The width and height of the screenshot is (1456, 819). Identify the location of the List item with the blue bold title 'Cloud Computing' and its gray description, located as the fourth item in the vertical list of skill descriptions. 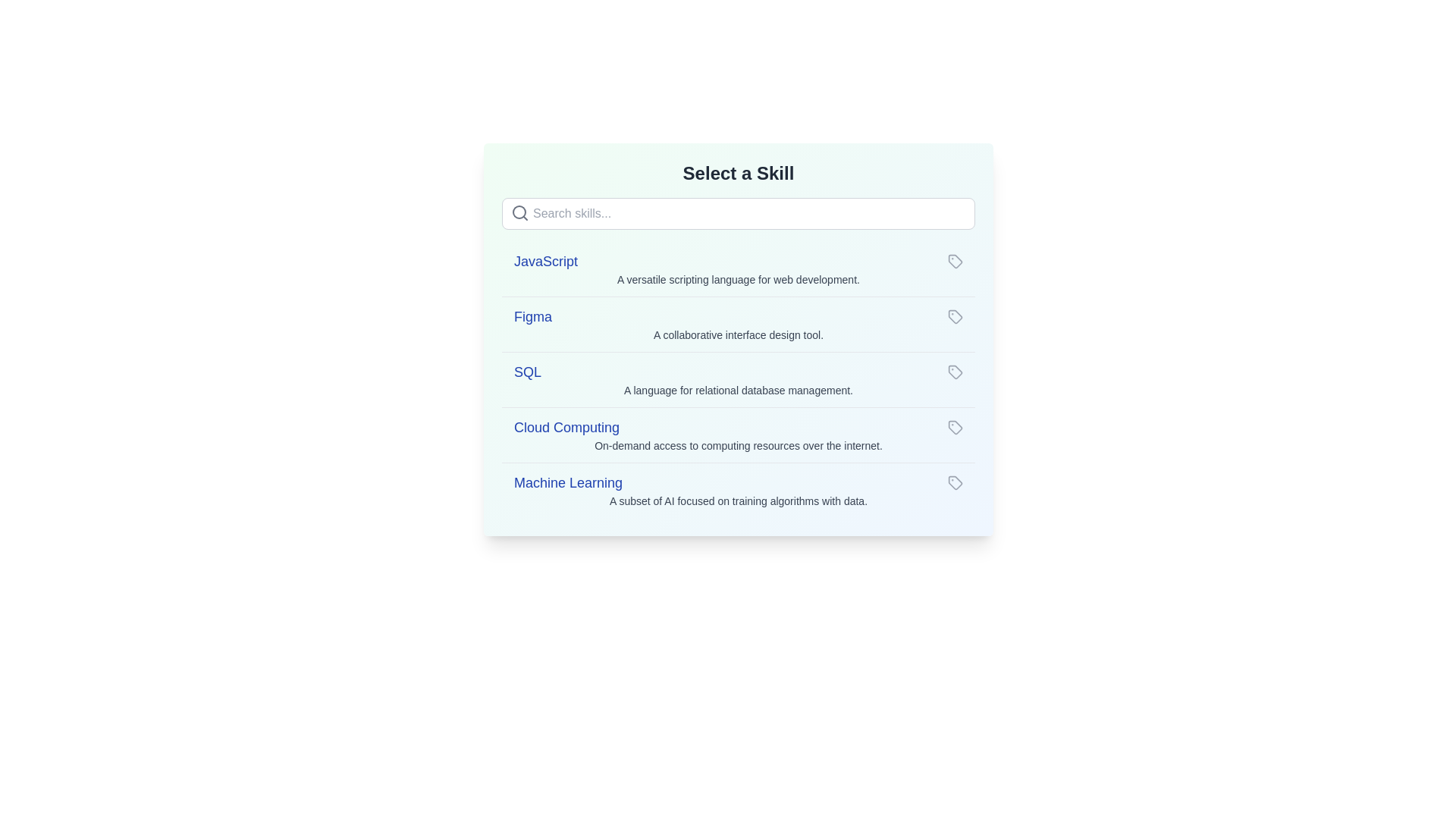
(739, 435).